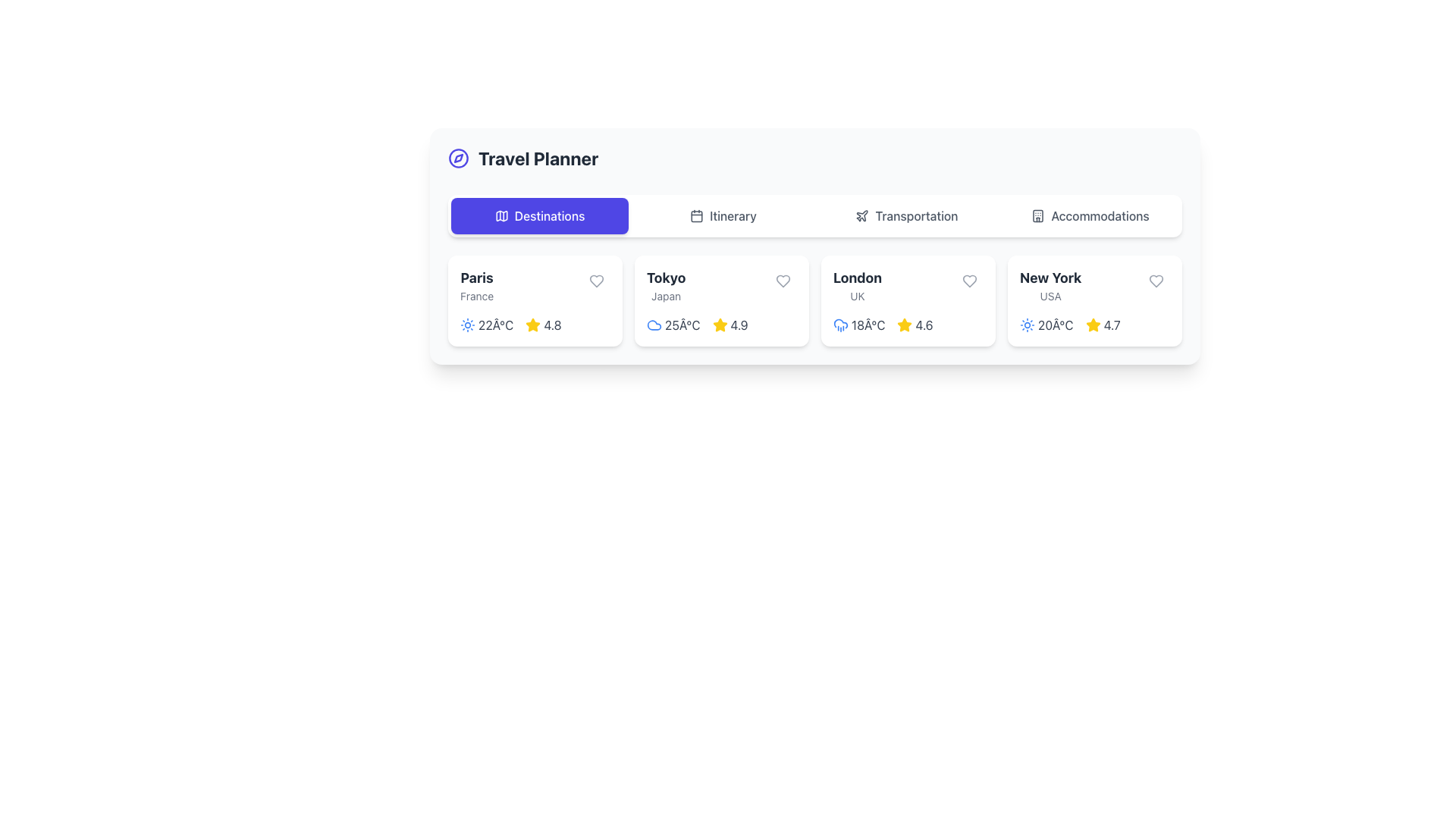 The height and width of the screenshot is (819, 1456). What do you see at coordinates (739, 324) in the screenshot?
I see `text from the rating value label located inside the 'Tokyo' card, positioned to the right of the star icon in the 'Ratings' block` at bounding box center [739, 324].